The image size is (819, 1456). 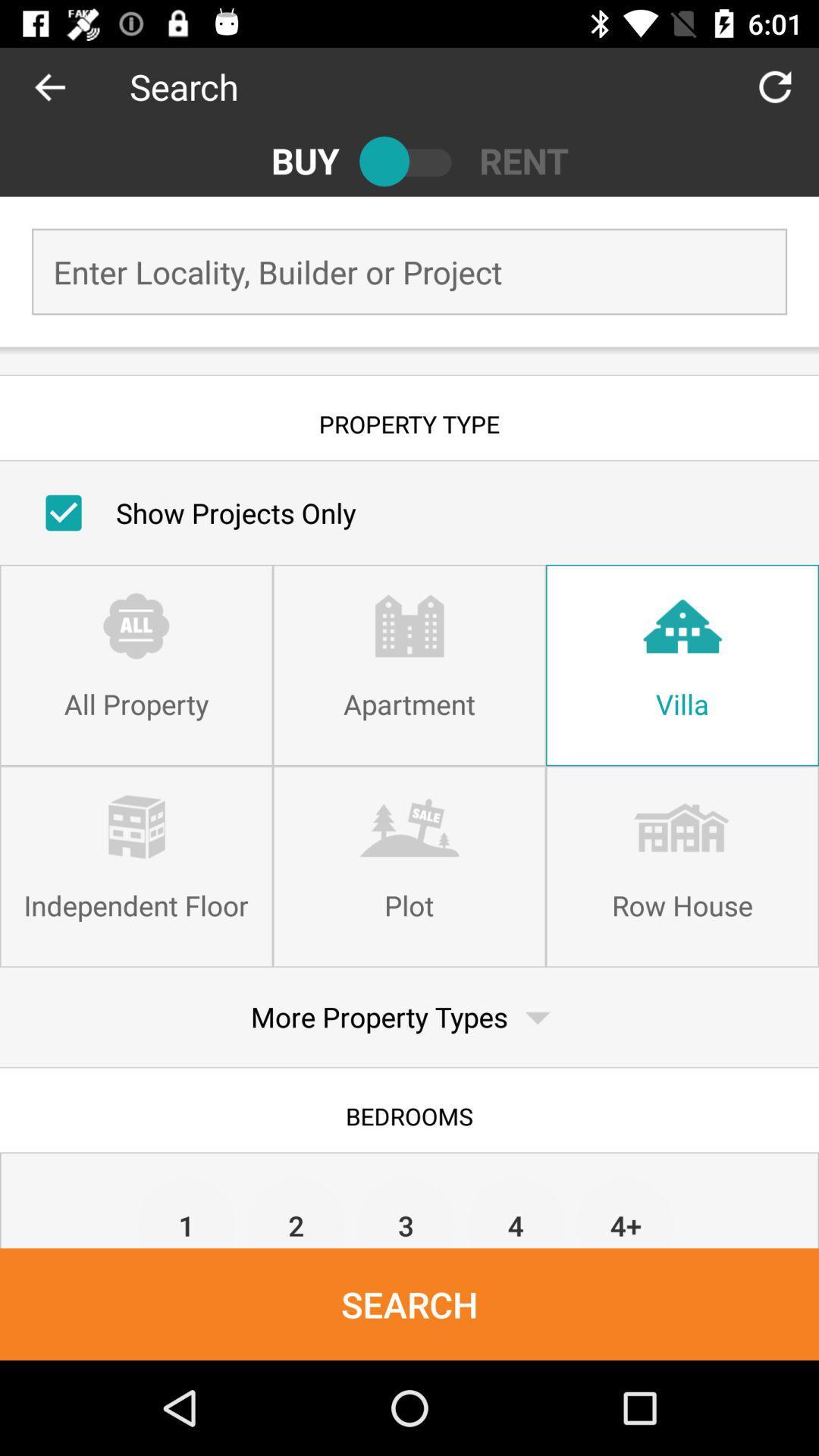 What do you see at coordinates (186, 1211) in the screenshot?
I see `item next to the 2 icon` at bounding box center [186, 1211].